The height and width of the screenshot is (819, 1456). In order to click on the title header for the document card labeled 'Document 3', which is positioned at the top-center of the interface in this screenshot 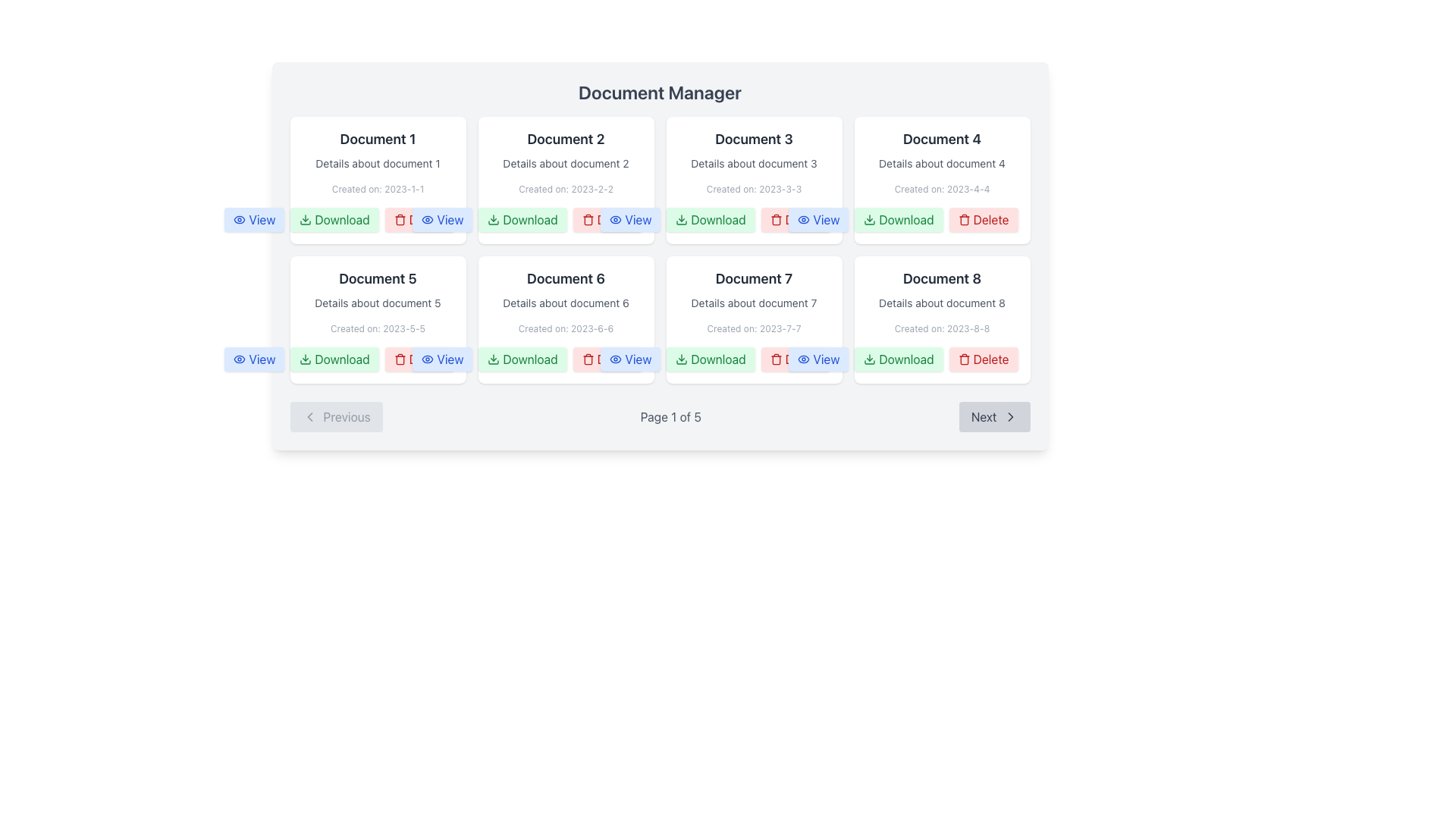, I will do `click(754, 140)`.